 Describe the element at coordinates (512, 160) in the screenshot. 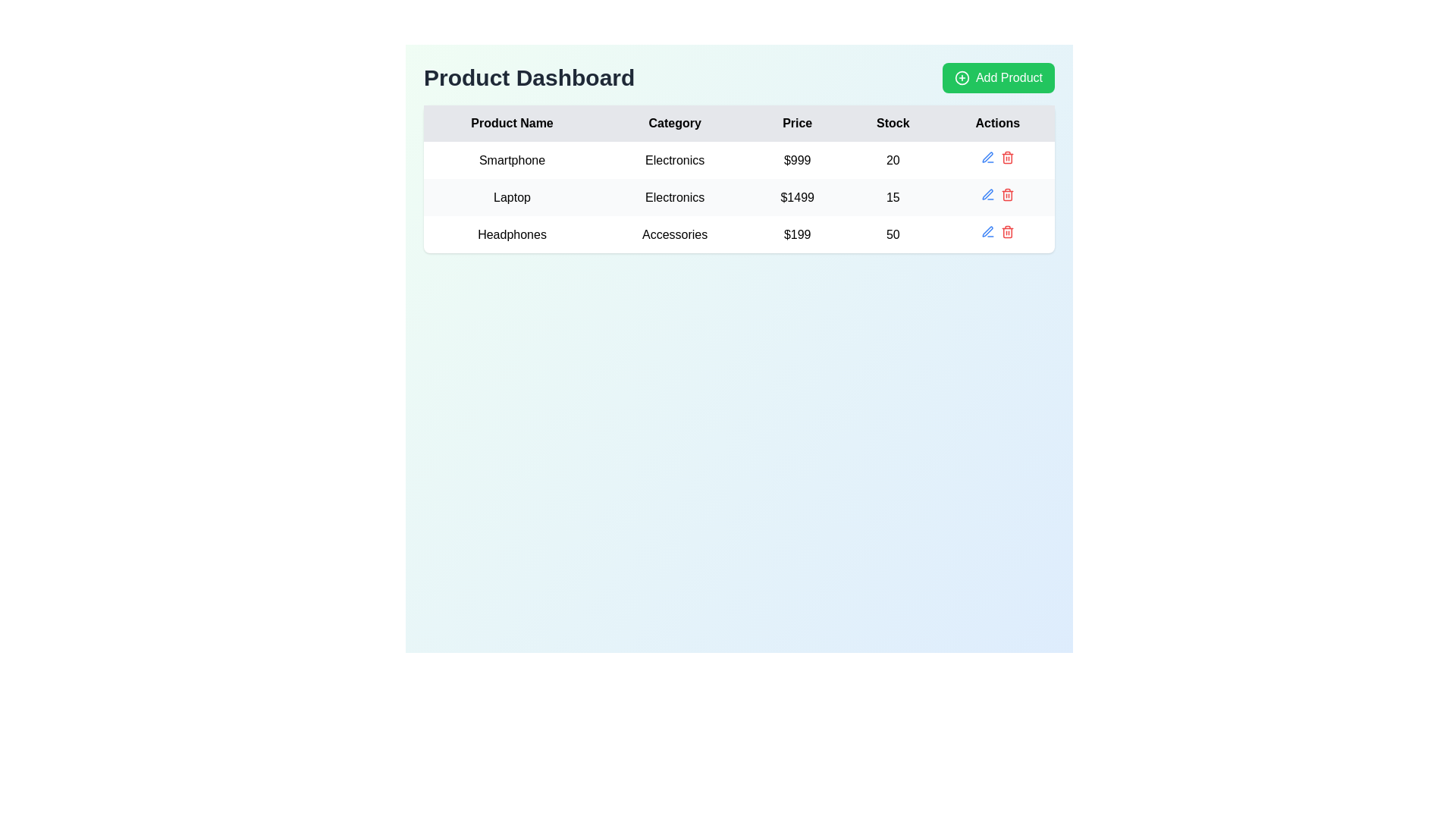

I see `the Text label that indicates the product name in the first data row of the table` at that location.